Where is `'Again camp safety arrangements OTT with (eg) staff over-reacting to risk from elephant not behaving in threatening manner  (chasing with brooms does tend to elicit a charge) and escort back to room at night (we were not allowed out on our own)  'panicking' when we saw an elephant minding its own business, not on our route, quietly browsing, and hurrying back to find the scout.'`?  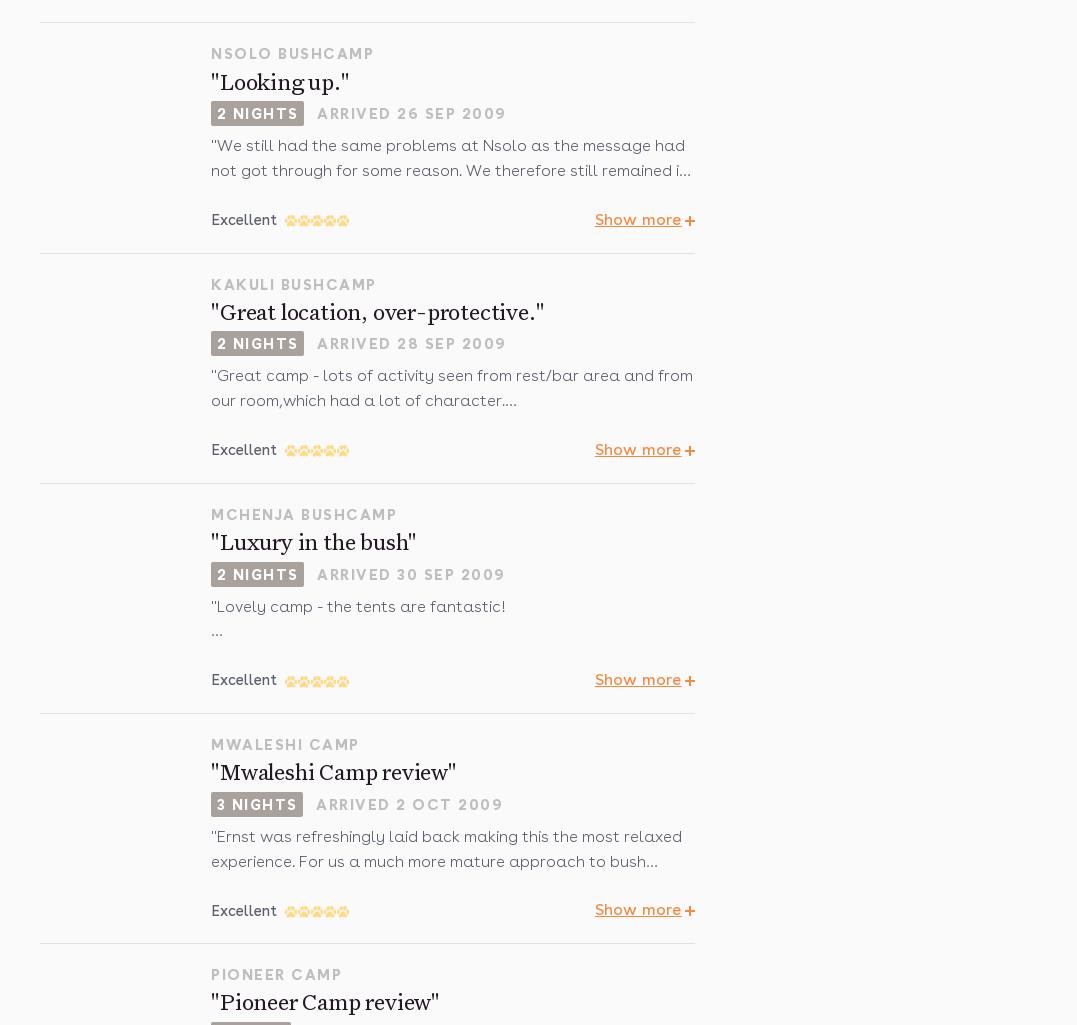
'Again camp safety arrangements OTT with (eg) staff over-reacting to risk from elephant not behaving in threatening manner  (chasing with brooms does tend to elicit a charge) and escort back to room at night (we were not allowed out on our own)  'panicking' when we saw an elephant minding its own business, not on our route, quietly browsing, and hurrying back to find the scout.' is located at coordinates (447, 522).